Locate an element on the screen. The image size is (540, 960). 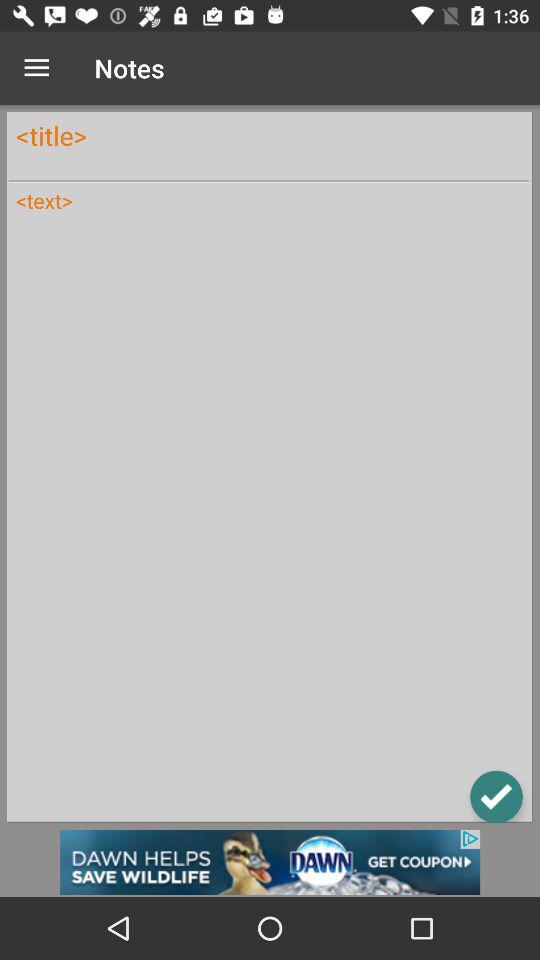
change title is located at coordinates (269, 134).